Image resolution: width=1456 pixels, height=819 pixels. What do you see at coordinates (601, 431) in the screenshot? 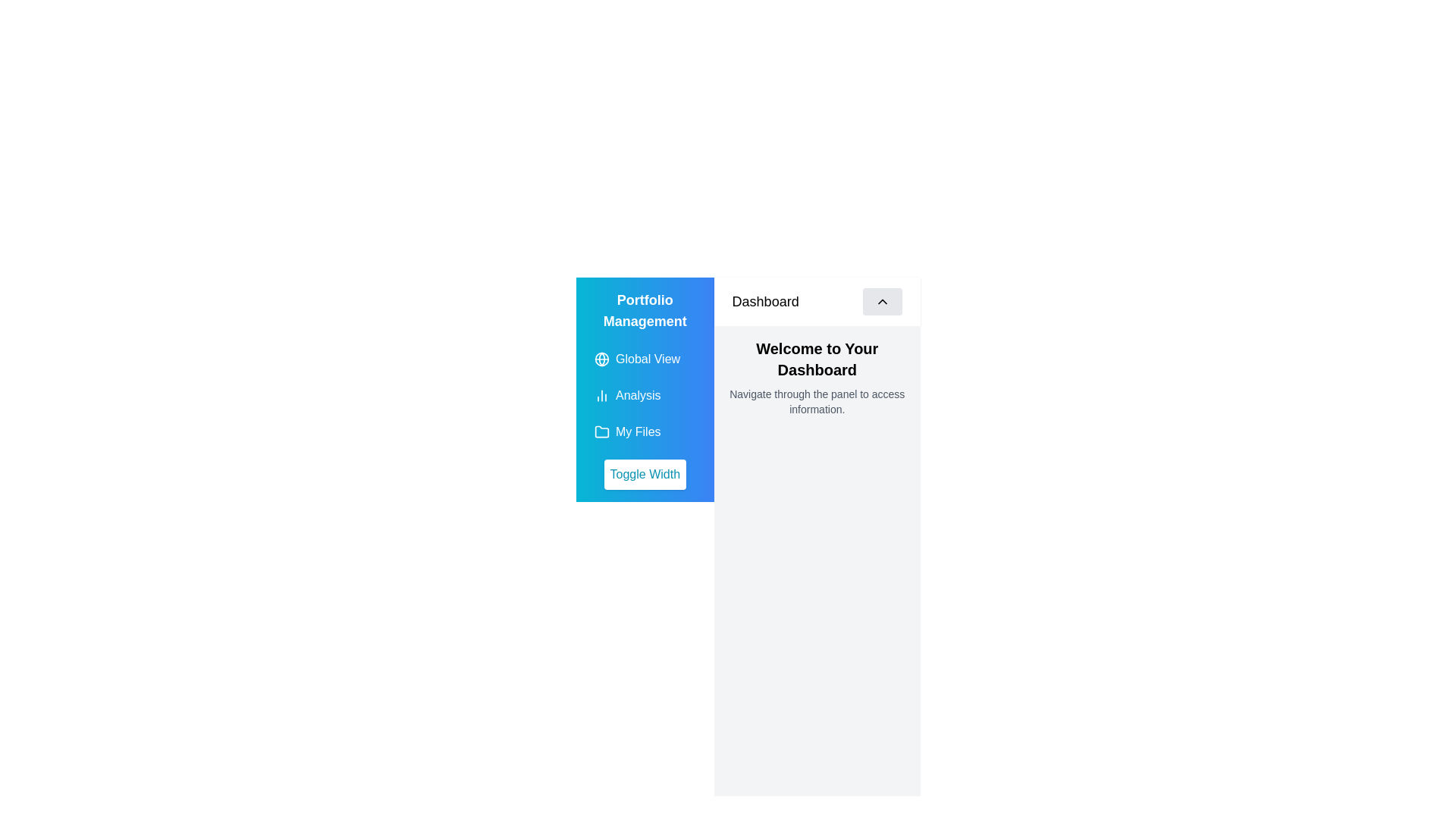
I see `the folder icon located in the vertical navigation bar adjacent to the text 'My Files'` at bounding box center [601, 431].